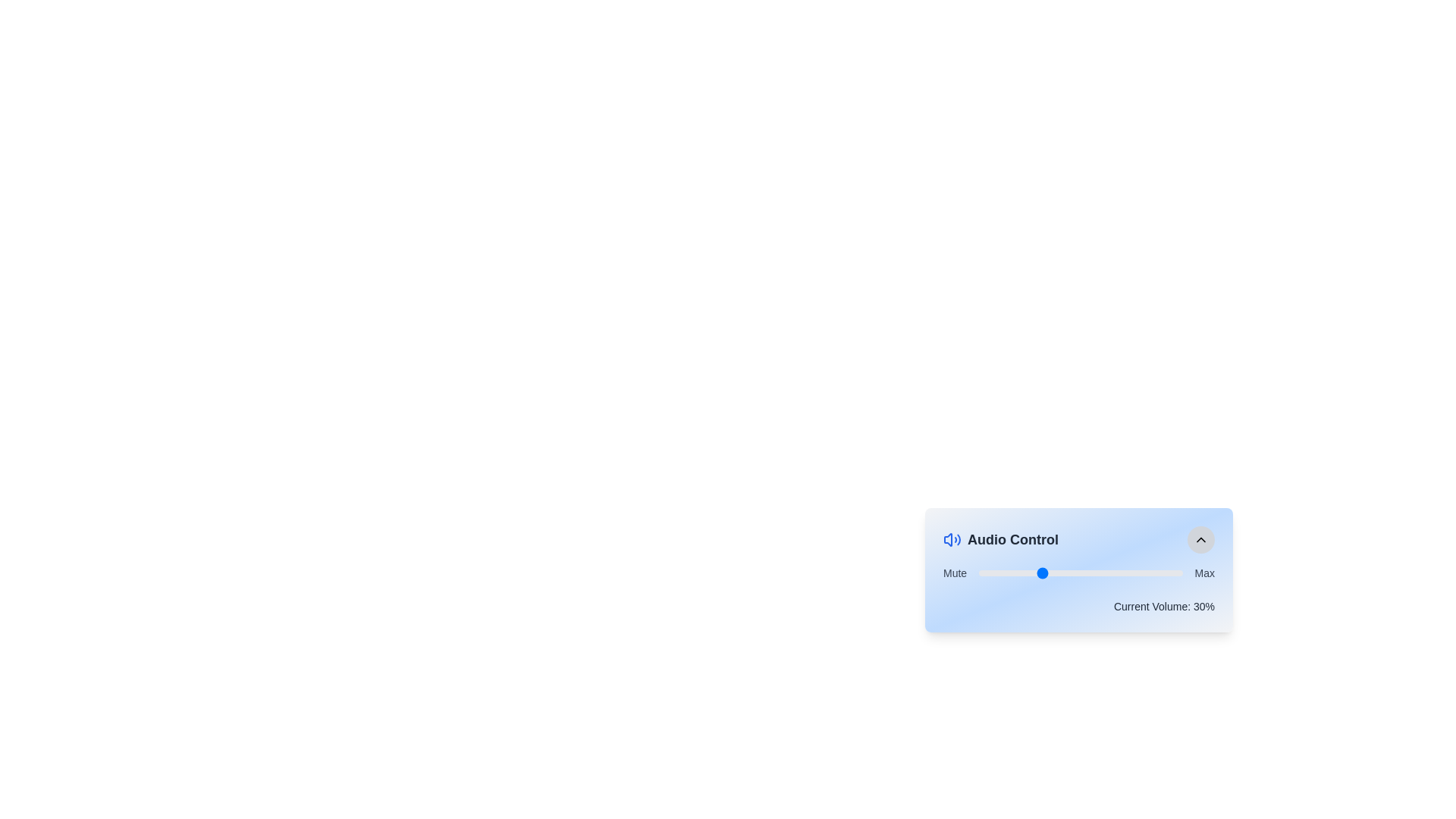 The image size is (1456, 819). I want to click on the volume level, so click(1065, 573).